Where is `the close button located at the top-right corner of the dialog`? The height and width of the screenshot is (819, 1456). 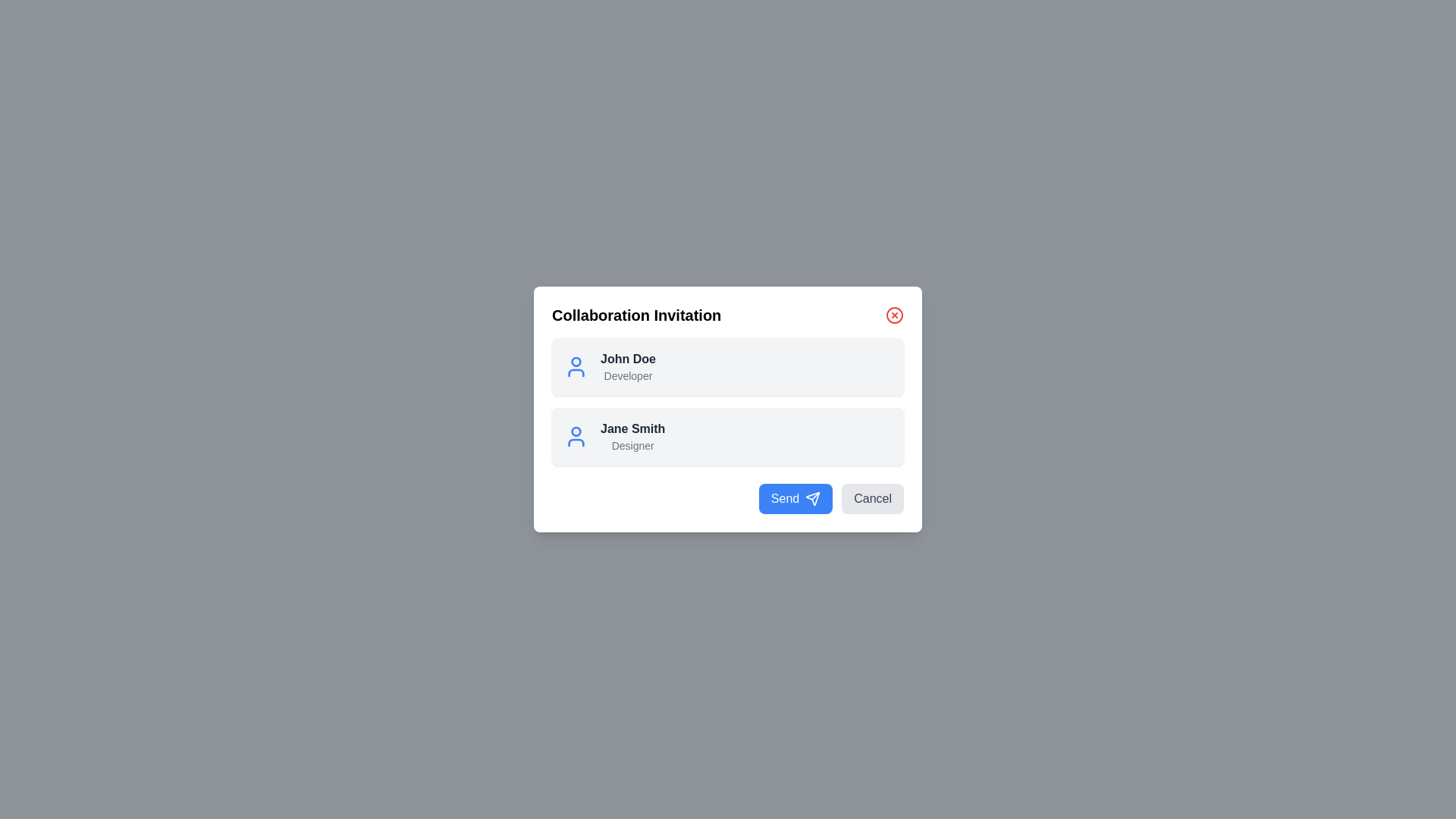
the close button located at the top-right corner of the dialog is located at coordinates (895, 315).